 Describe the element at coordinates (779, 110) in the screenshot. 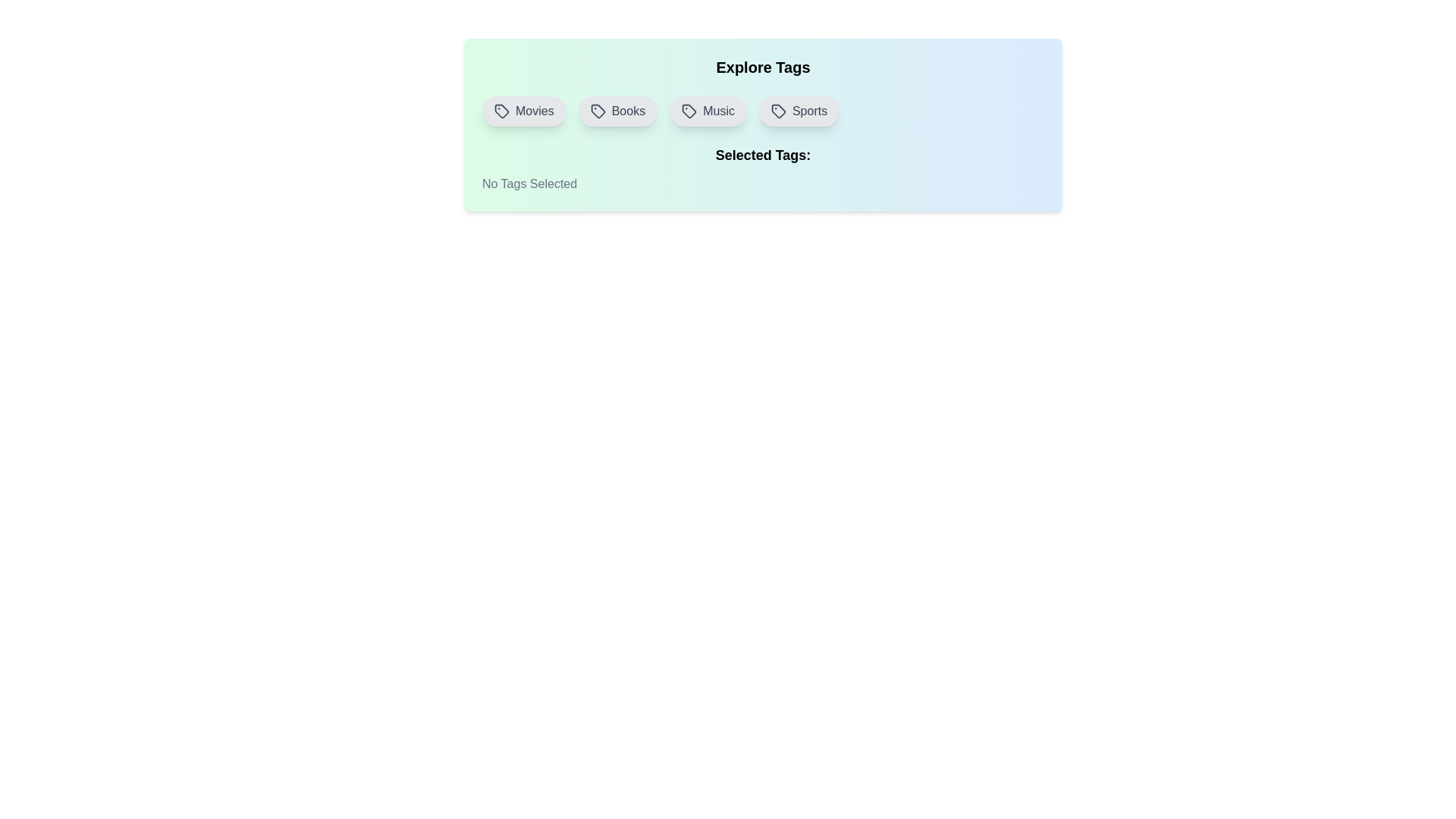

I see `the tag icon located in the 'Explore Tags' section, which represents the 'Sports' category` at that location.